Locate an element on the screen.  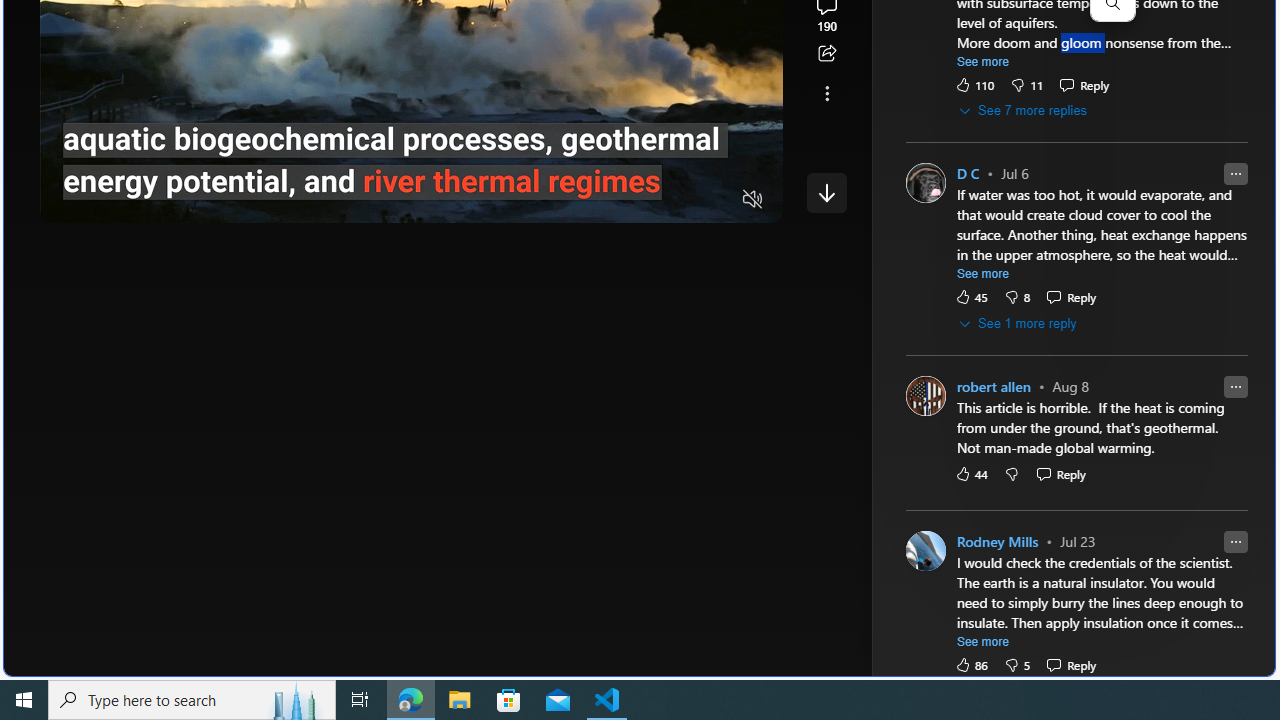
'110 Like' is located at coordinates (974, 83).